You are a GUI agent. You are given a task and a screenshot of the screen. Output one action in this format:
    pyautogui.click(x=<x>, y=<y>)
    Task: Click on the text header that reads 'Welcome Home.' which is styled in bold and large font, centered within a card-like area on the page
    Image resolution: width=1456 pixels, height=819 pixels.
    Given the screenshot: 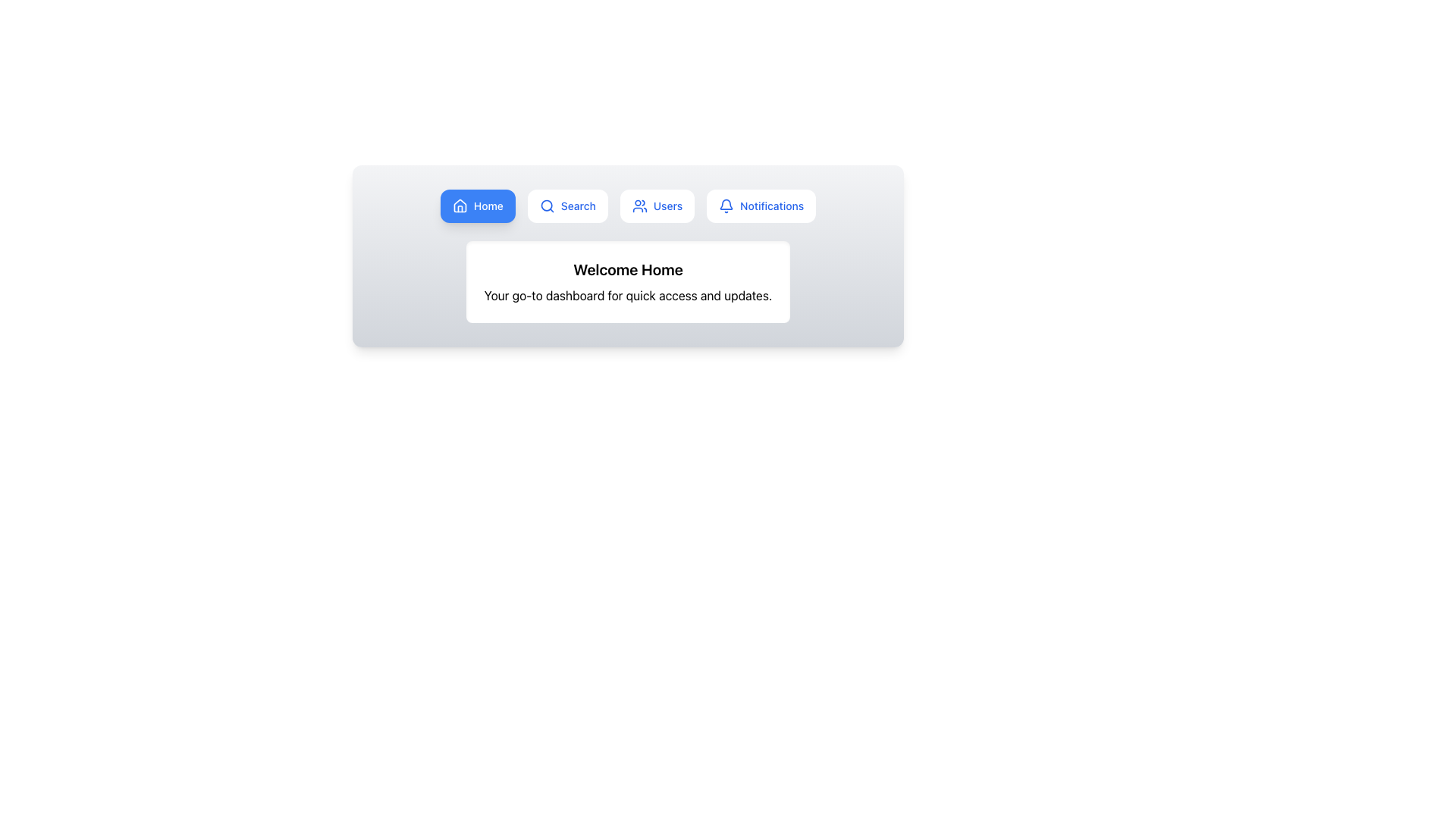 What is the action you would take?
    pyautogui.click(x=628, y=268)
    